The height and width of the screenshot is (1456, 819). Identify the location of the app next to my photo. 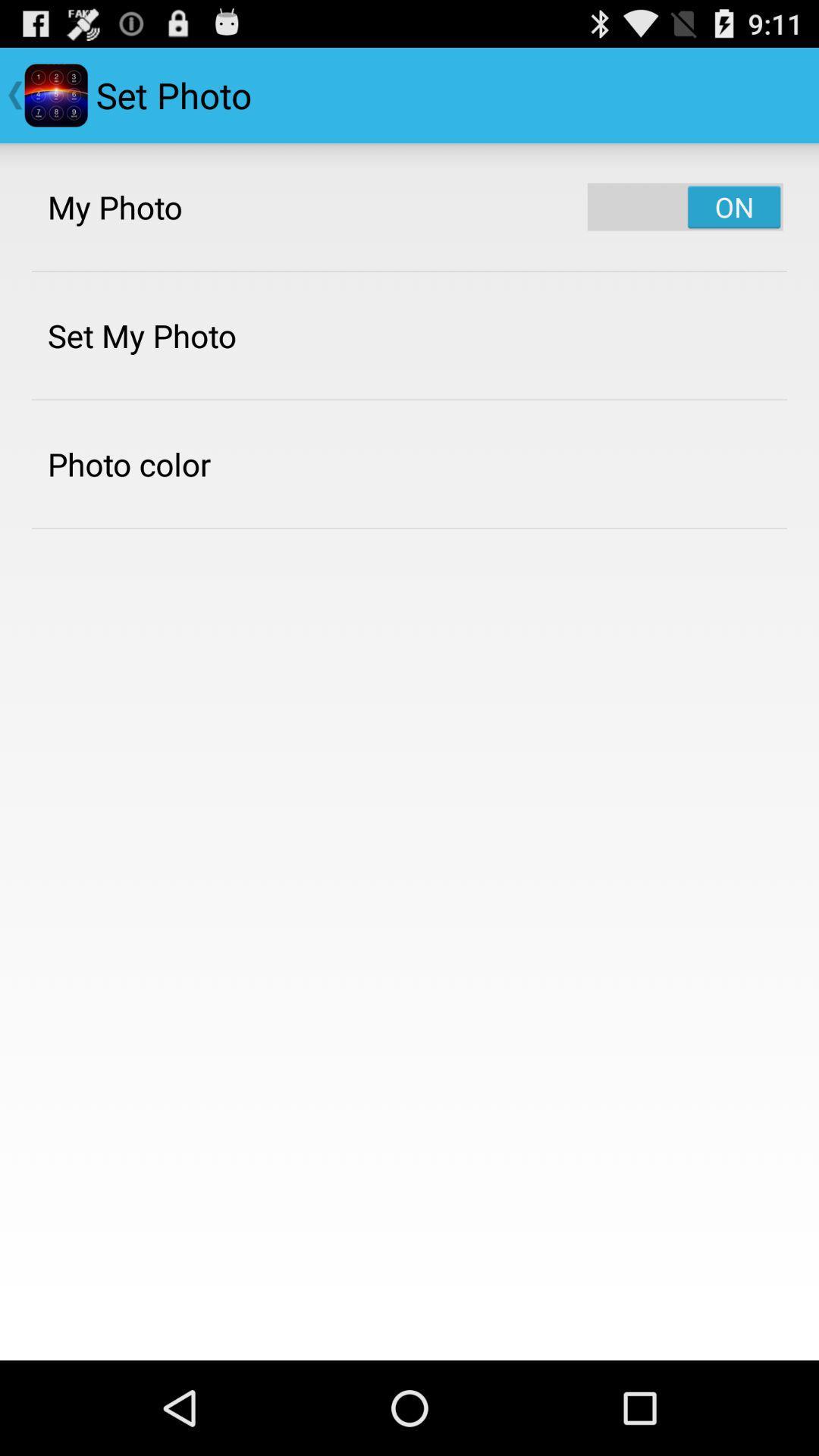
(685, 206).